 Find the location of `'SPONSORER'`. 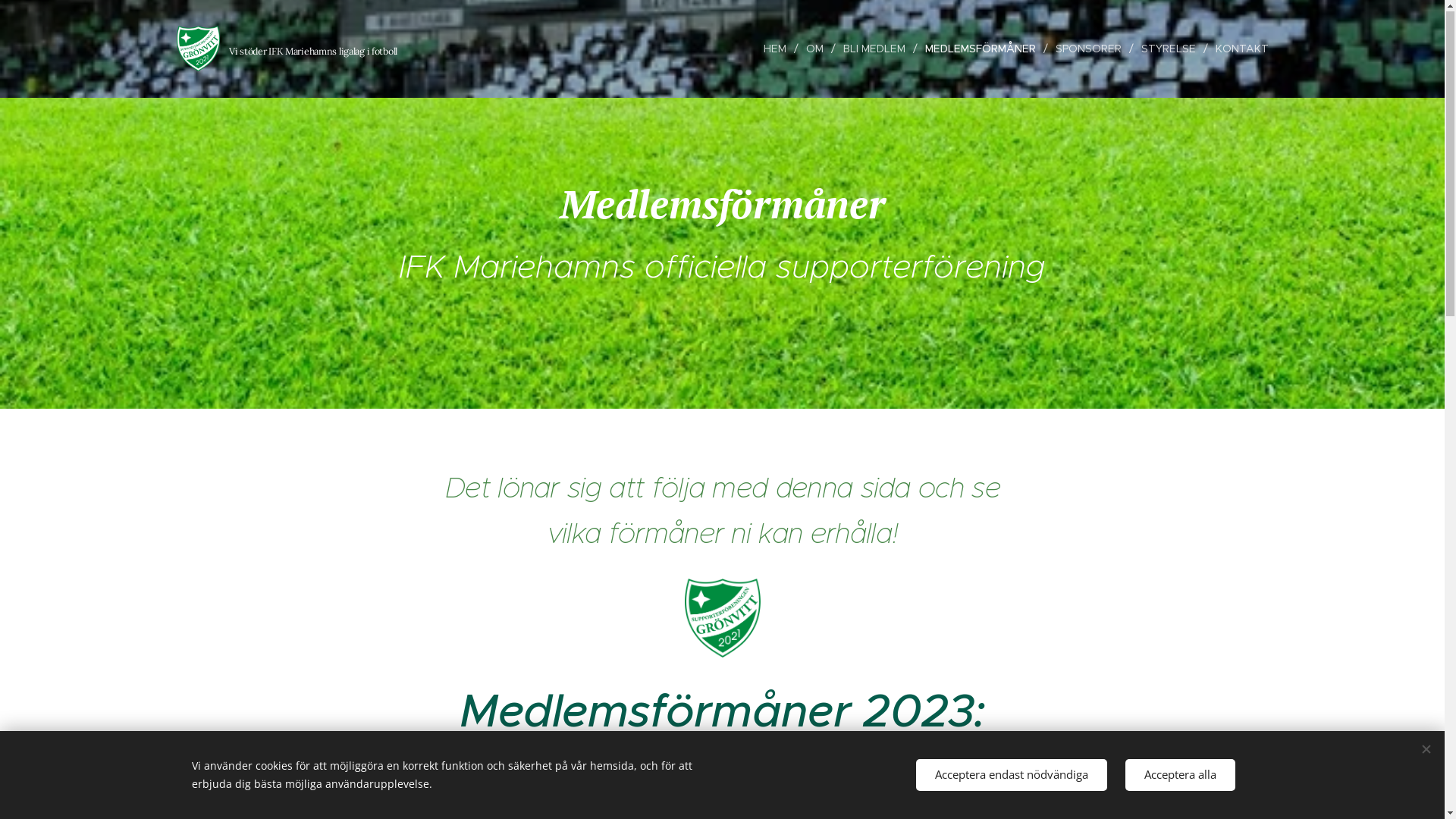

'SPONSORER' is located at coordinates (1090, 49).